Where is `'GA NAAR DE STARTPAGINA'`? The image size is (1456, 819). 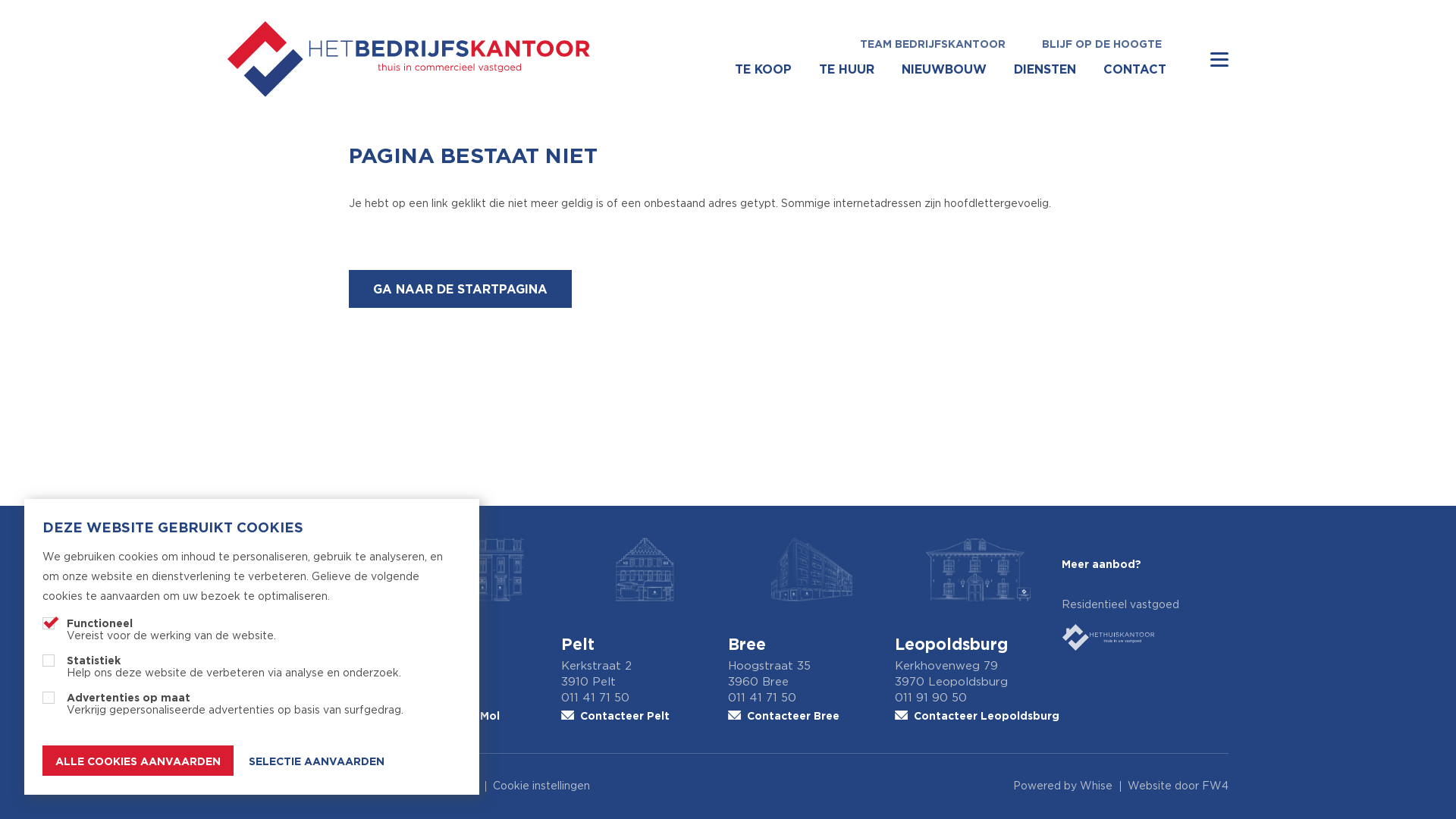 'GA NAAR DE STARTPAGINA' is located at coordinates (459, 289).